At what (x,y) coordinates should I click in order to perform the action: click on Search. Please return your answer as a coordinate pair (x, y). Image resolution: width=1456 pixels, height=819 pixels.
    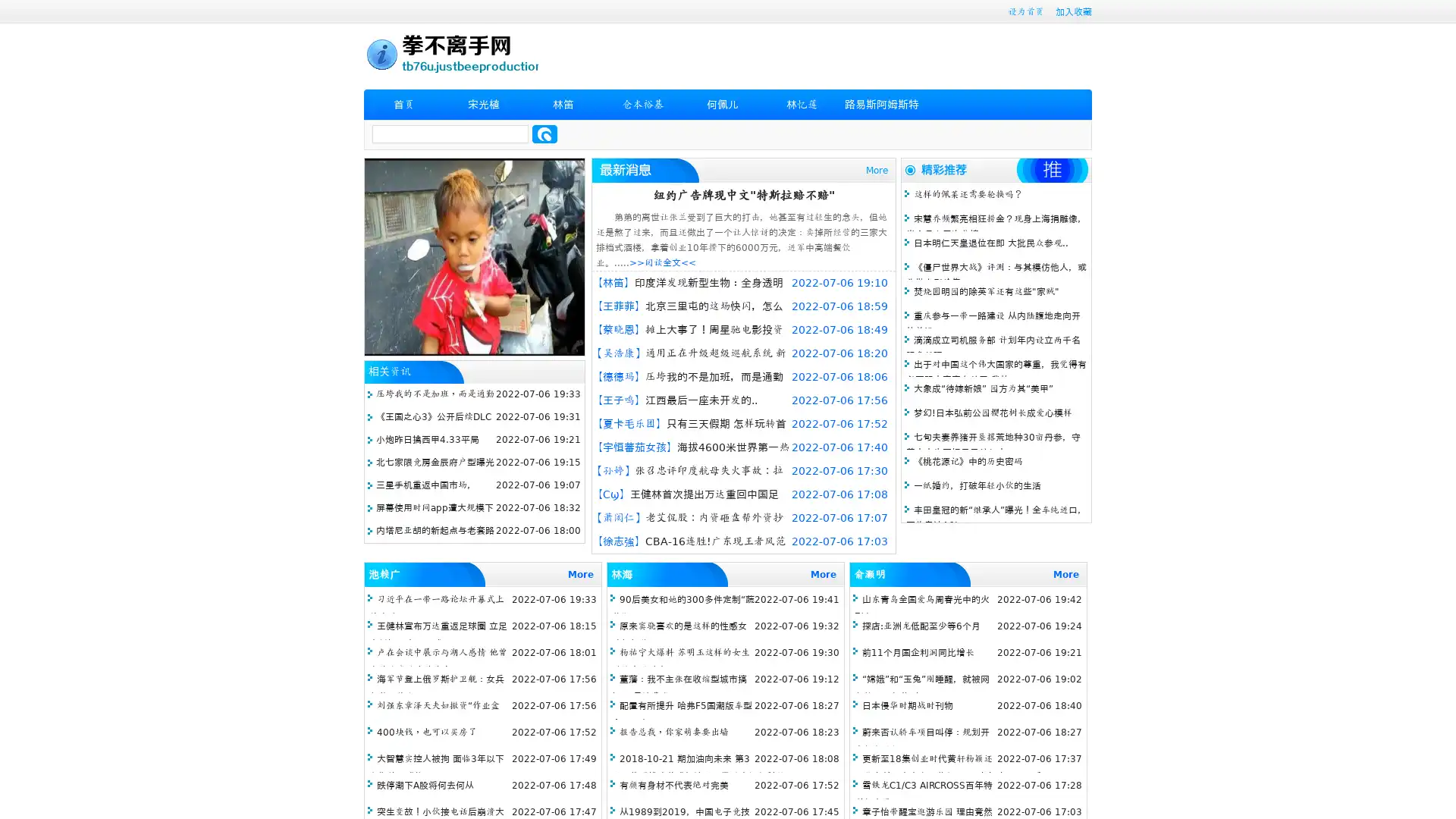
    Looking at the image, I should click on (544, 133).